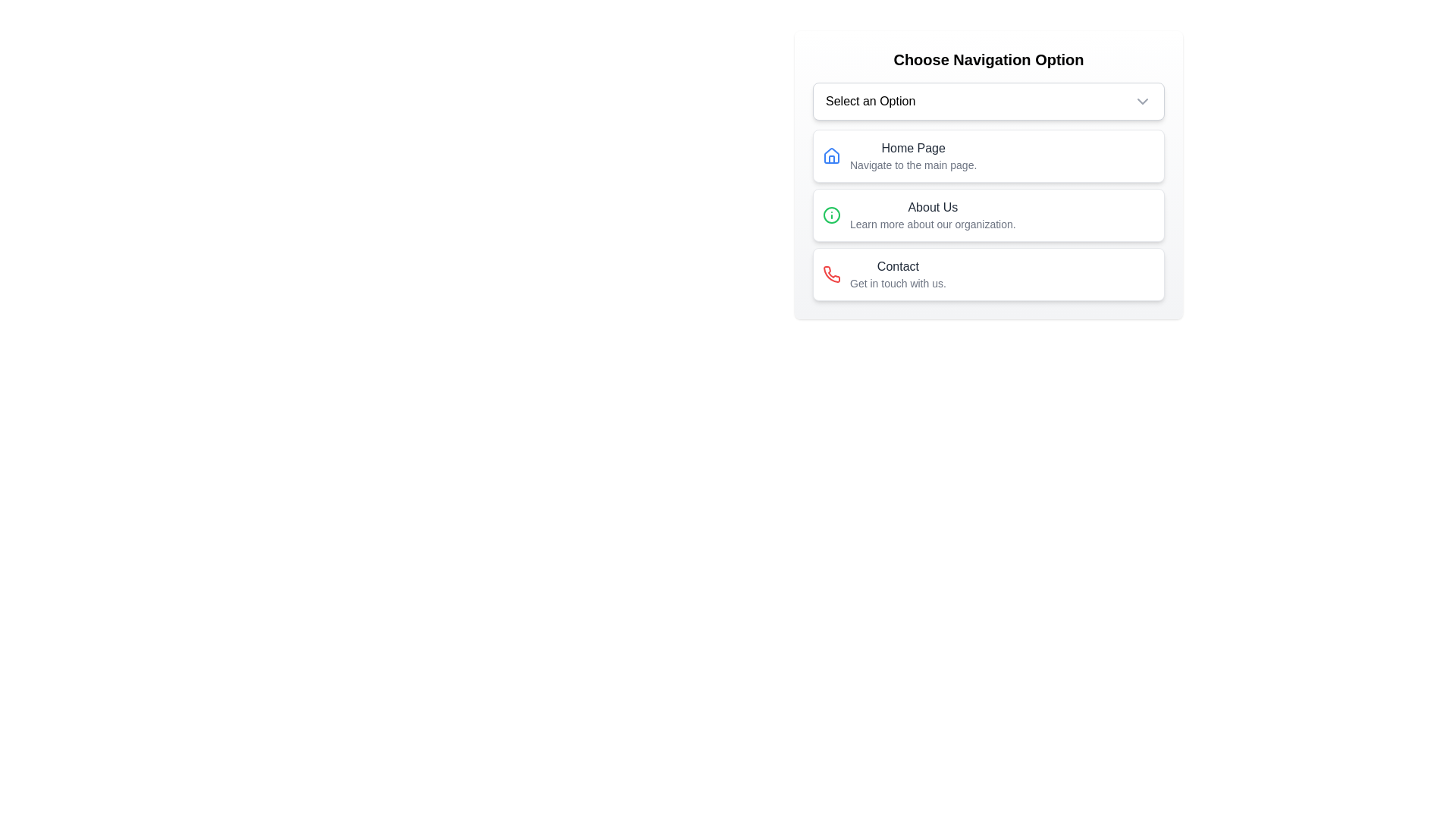 The image size is (1456, 819). What do you see at coordinates (989, 155) in the screenshot?
I see `the first clickable button styled as a card in the 'Choose Navigation Option' section` at bounding box center [989, 155].